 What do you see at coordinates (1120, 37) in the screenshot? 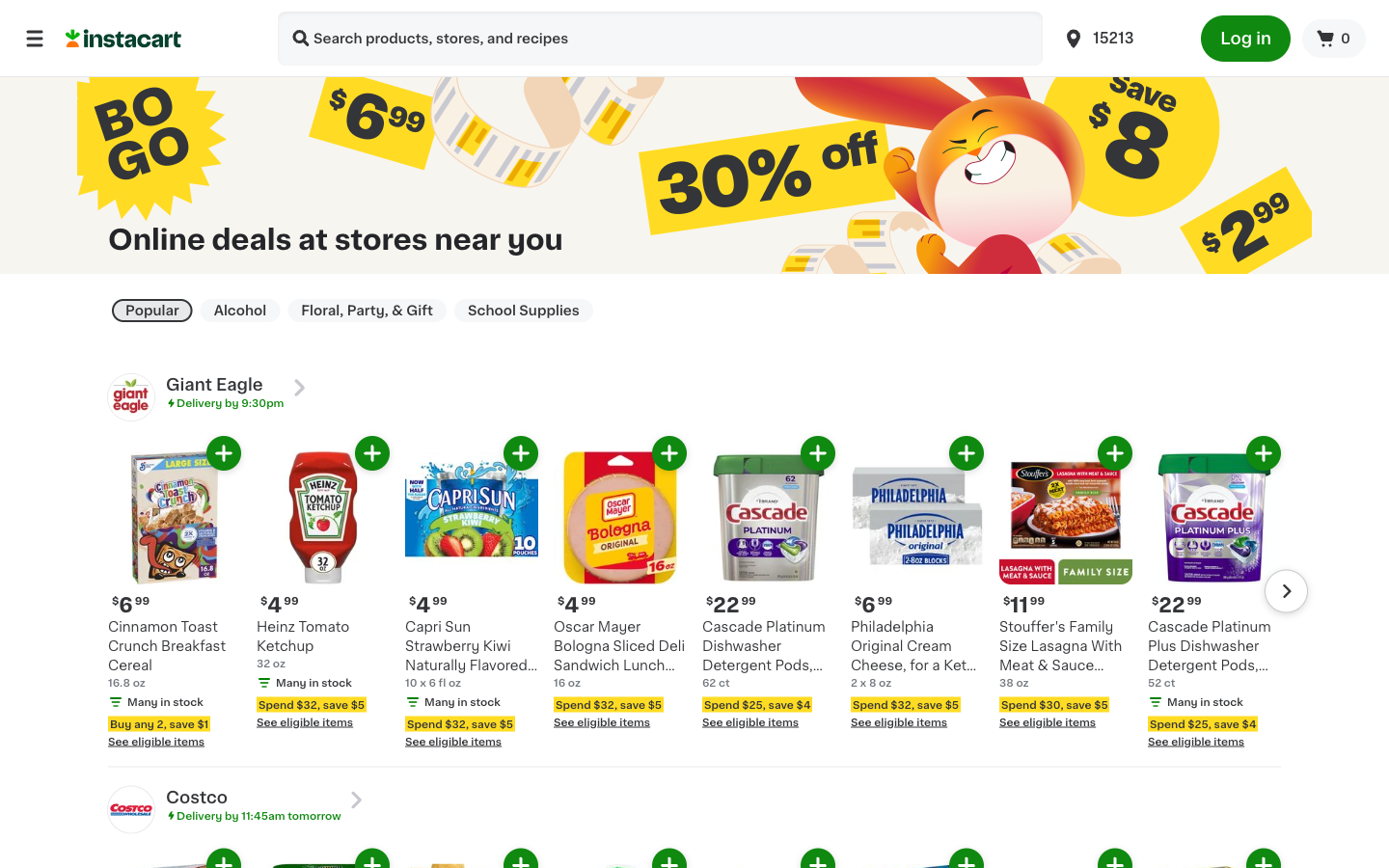
I see `Fetch all the merchandise listed for the city of Pittsburgh` at bounding box center [1120, 37].